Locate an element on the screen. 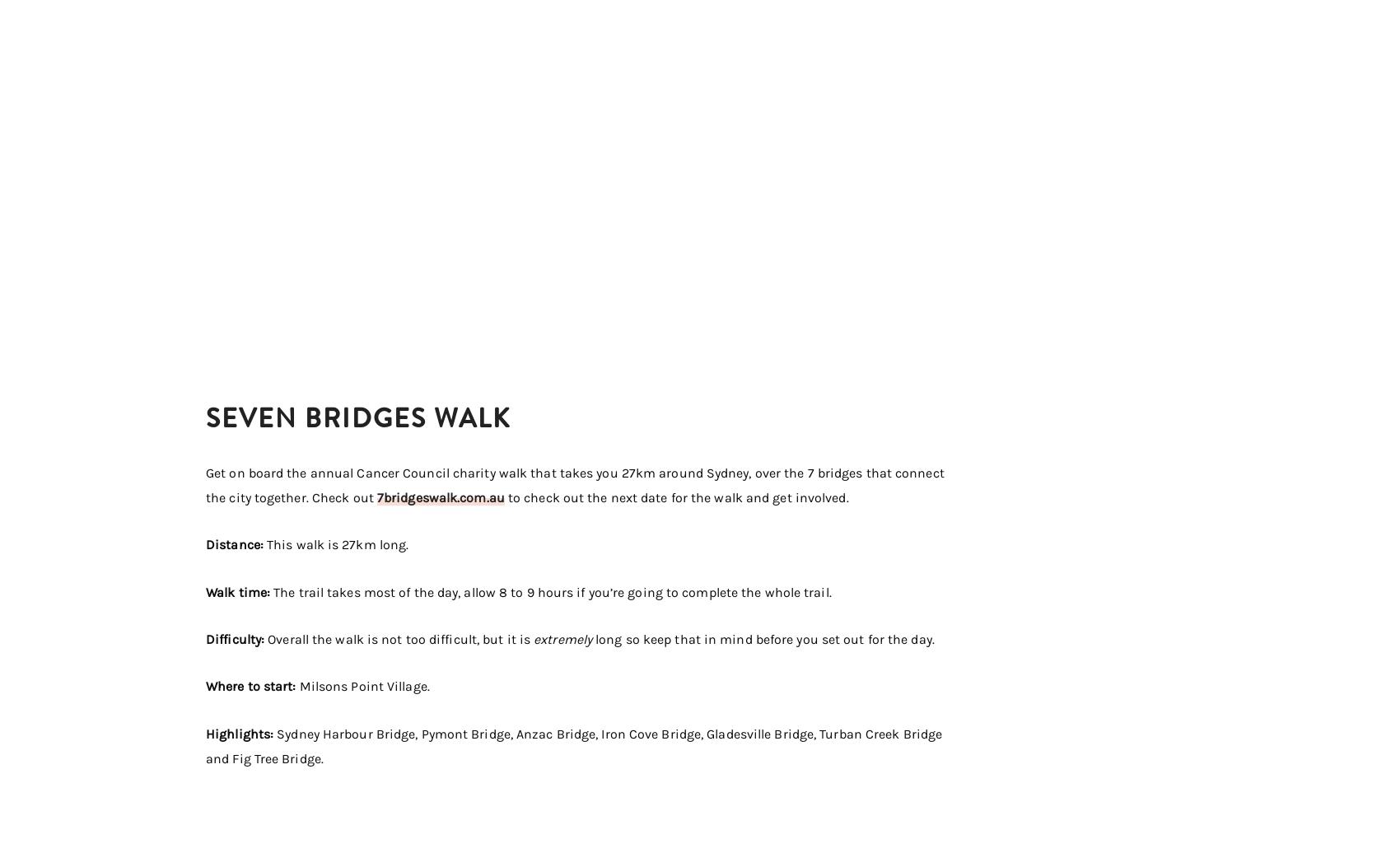 The height and width of the screenshot is (853, 1400). 'Where to start:' is located at coordinates (206, 686).